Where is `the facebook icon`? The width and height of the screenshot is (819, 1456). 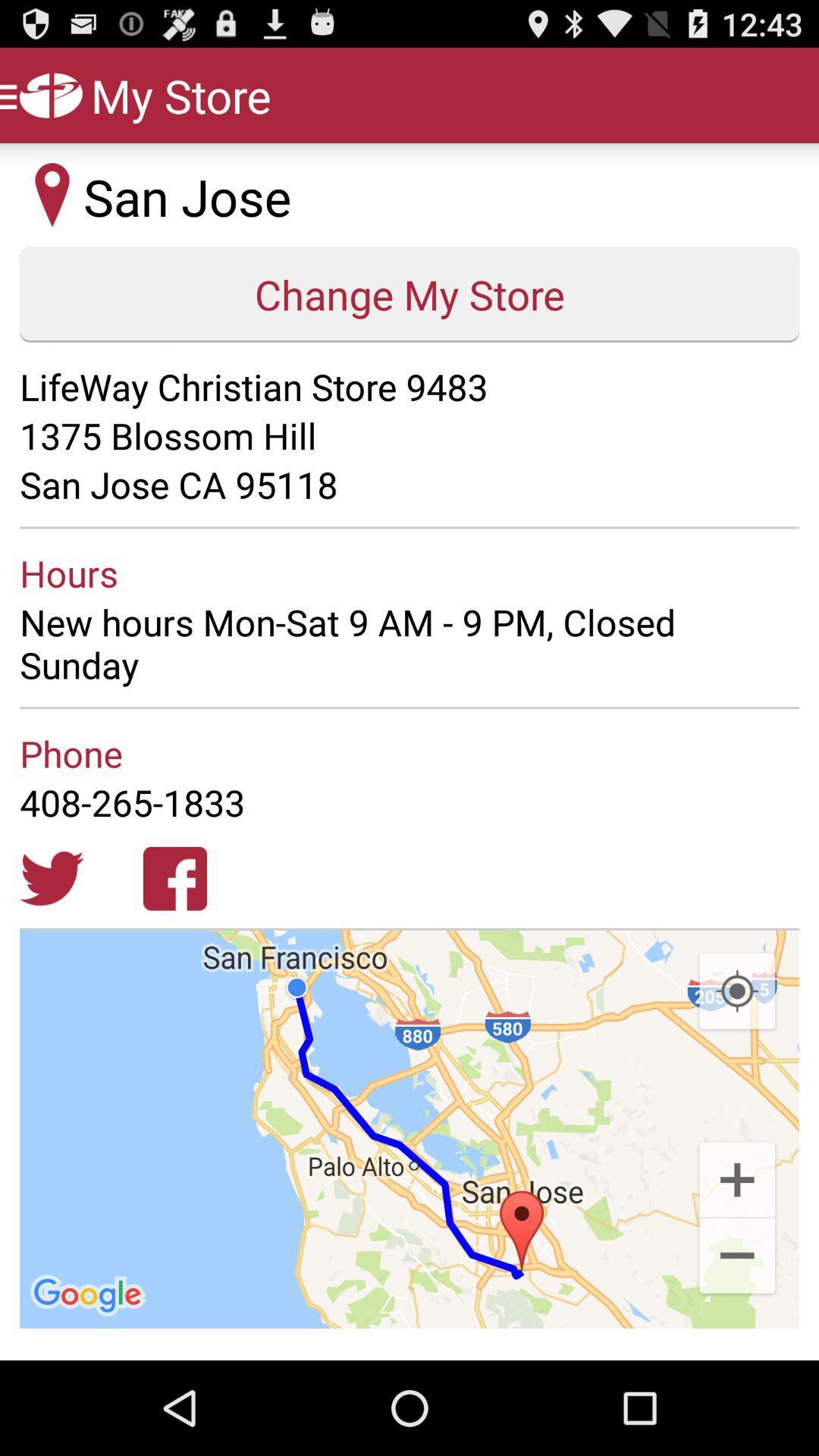
the facebook icon is located at coordinates (174, 940).